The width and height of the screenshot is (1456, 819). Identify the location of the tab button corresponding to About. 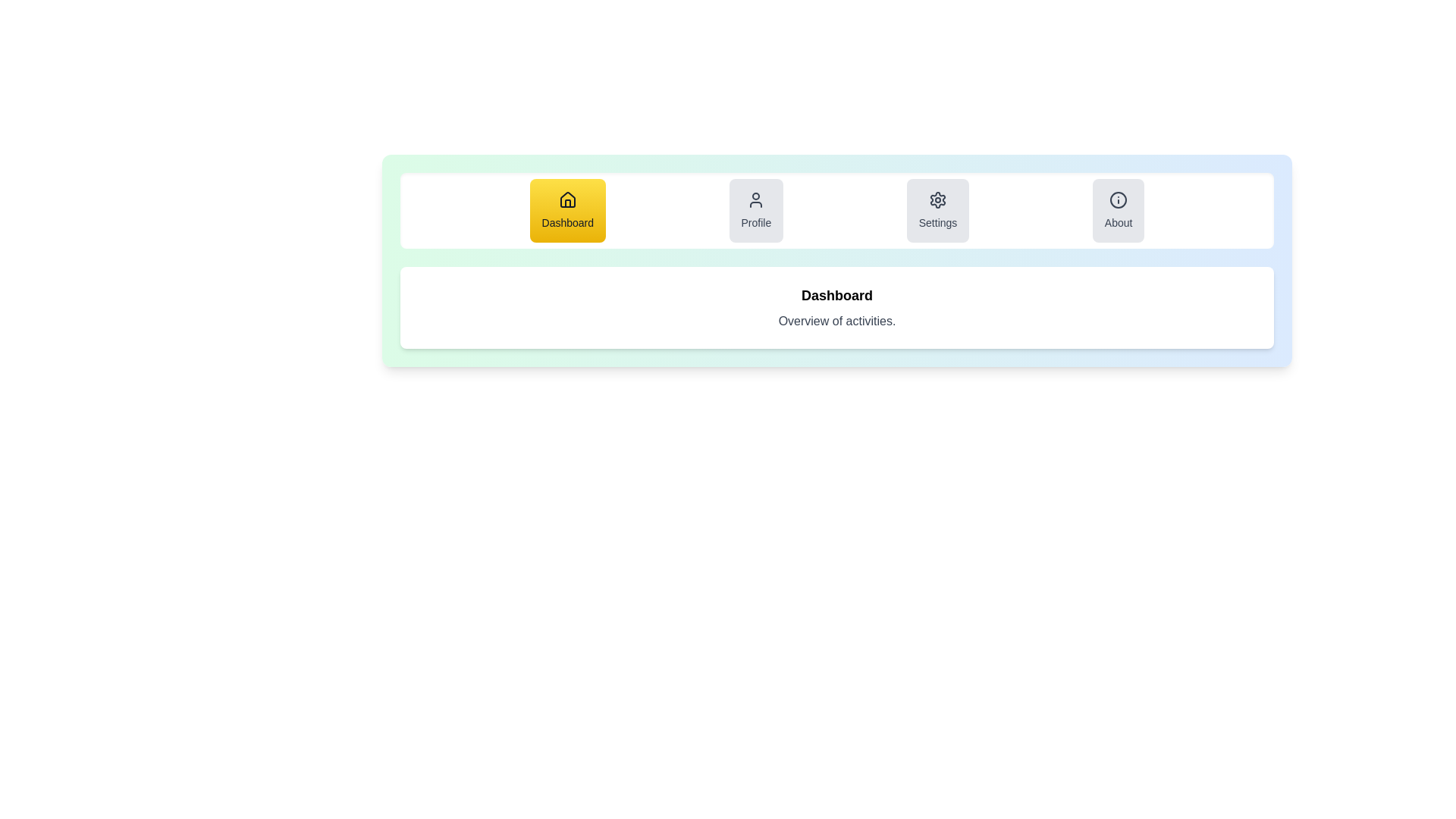
(1119, 210).